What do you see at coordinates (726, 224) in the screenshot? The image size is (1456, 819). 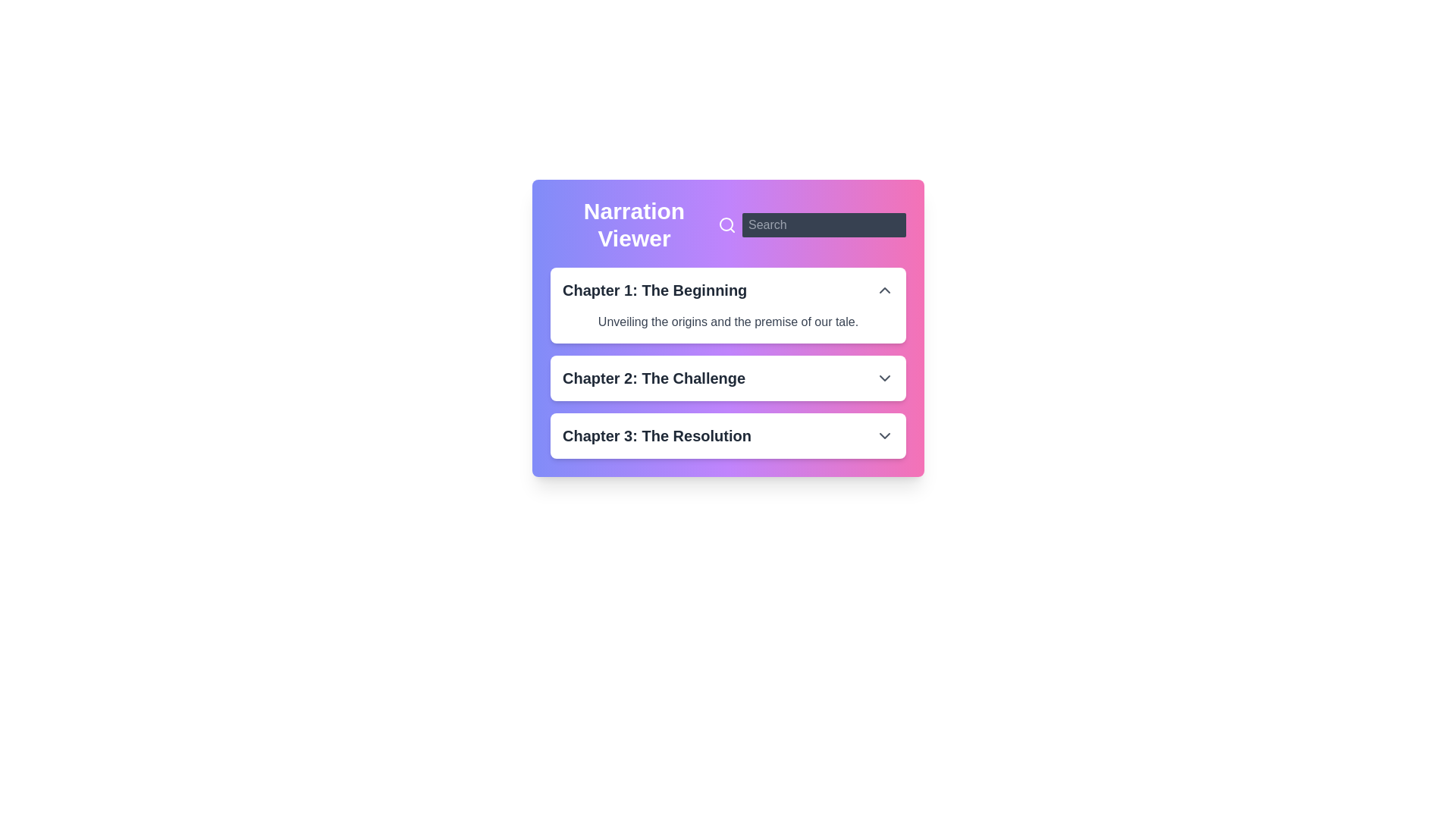 I see `the circular search icon located at the top-right corner of the interface` at bounding box center [726, 224].